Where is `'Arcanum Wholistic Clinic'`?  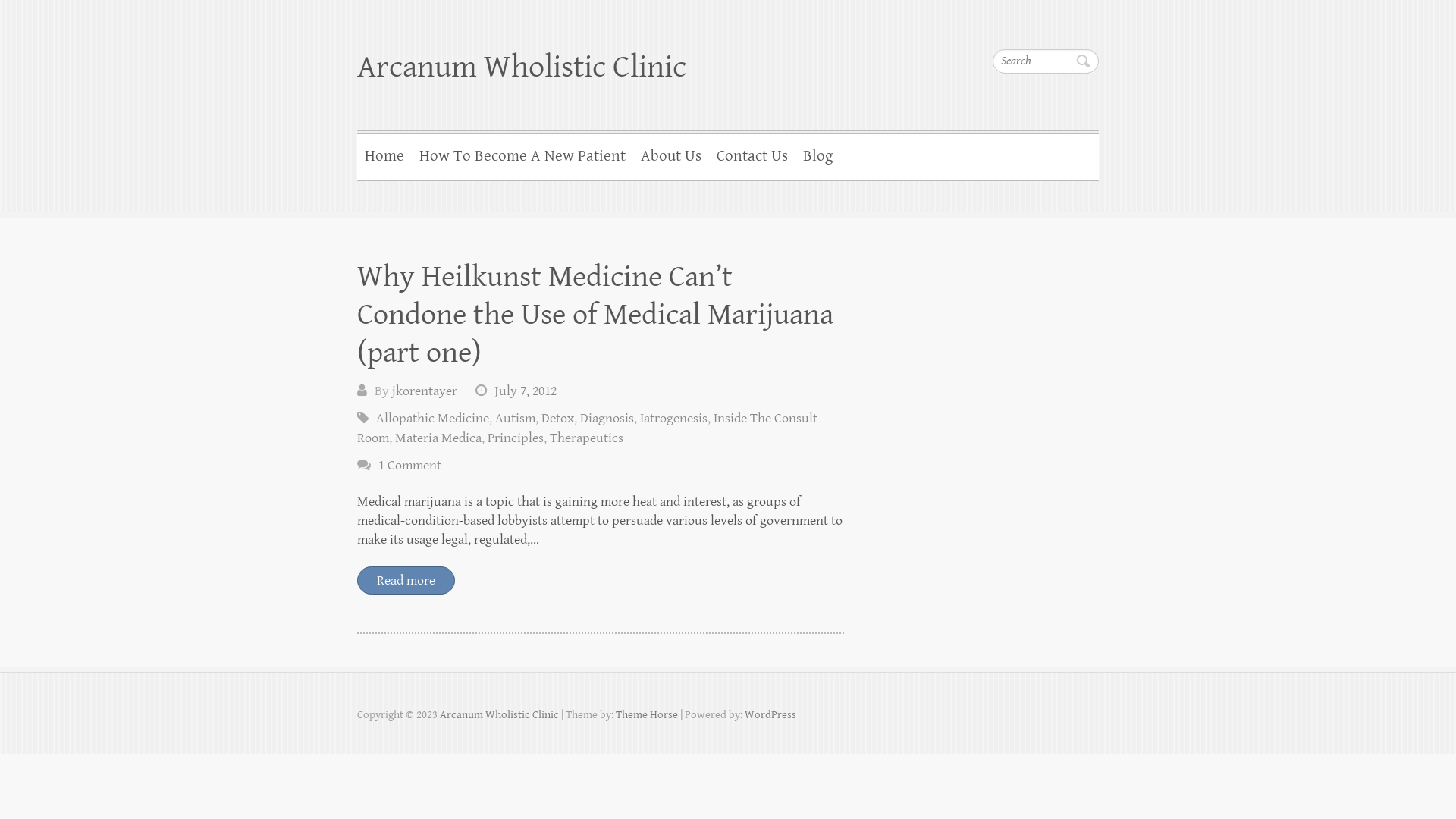 'Arcanum Wholistic Clinic' is located at coordinates (521, 66).